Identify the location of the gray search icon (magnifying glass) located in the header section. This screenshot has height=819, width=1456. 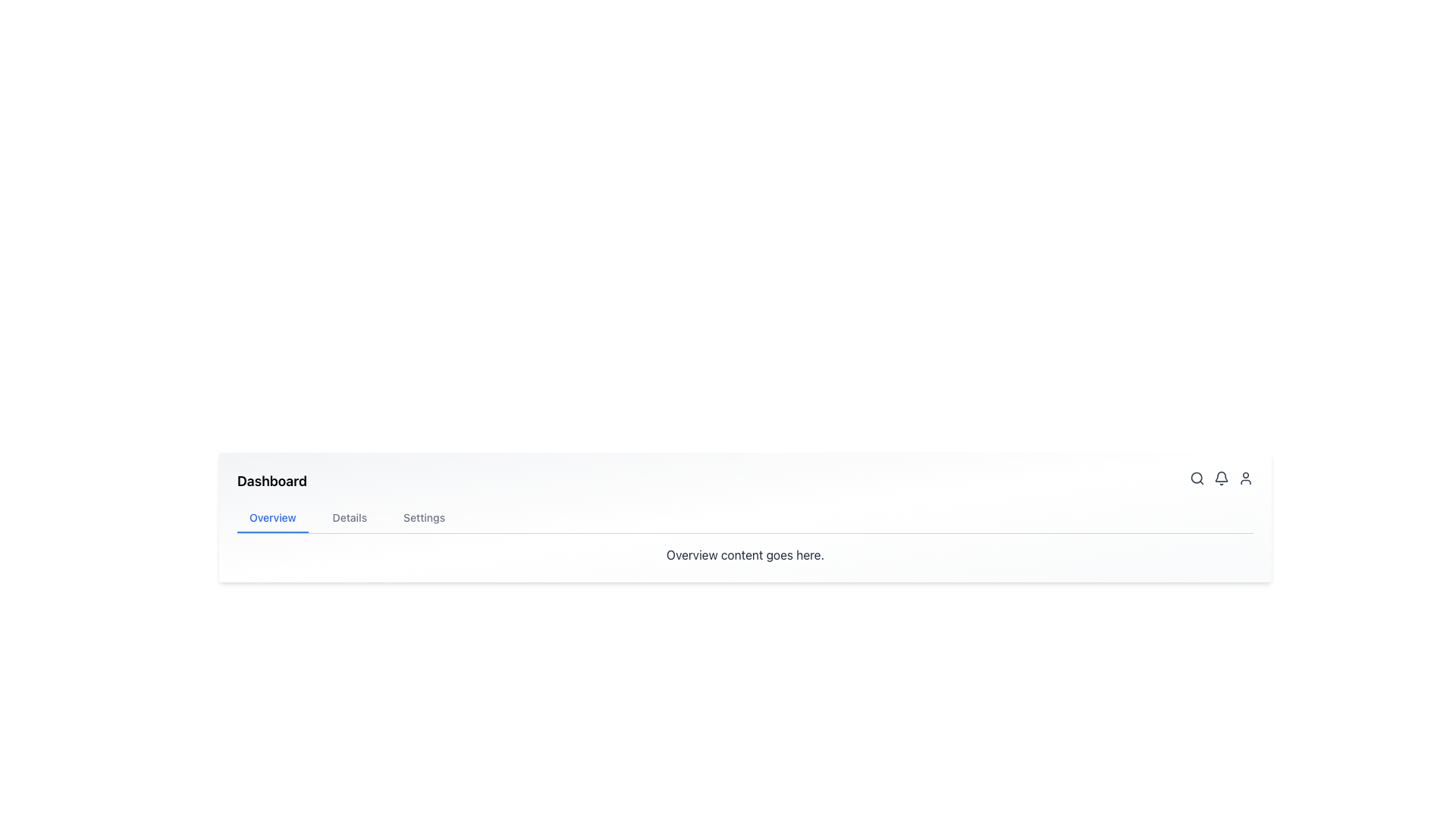
(1197, 479).